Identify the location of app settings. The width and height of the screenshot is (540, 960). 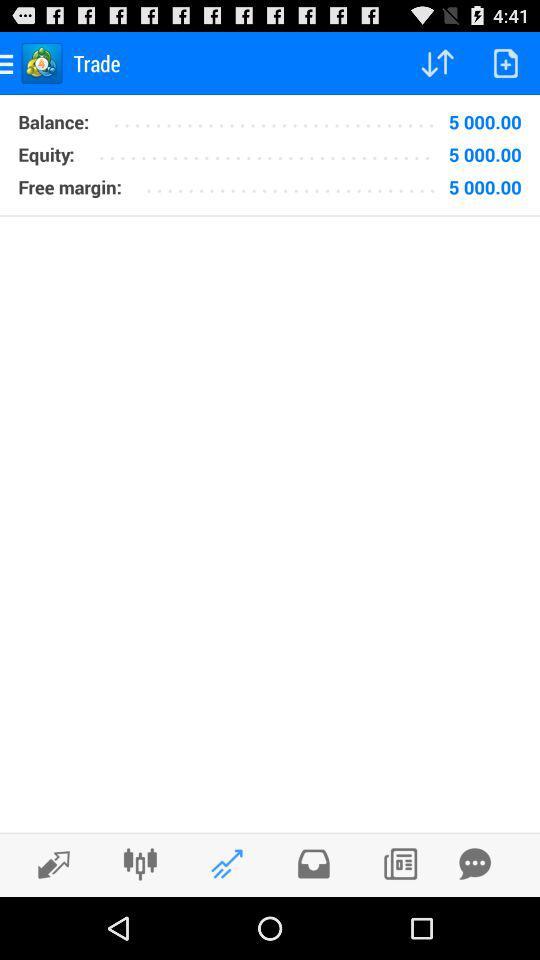
(139, 863).